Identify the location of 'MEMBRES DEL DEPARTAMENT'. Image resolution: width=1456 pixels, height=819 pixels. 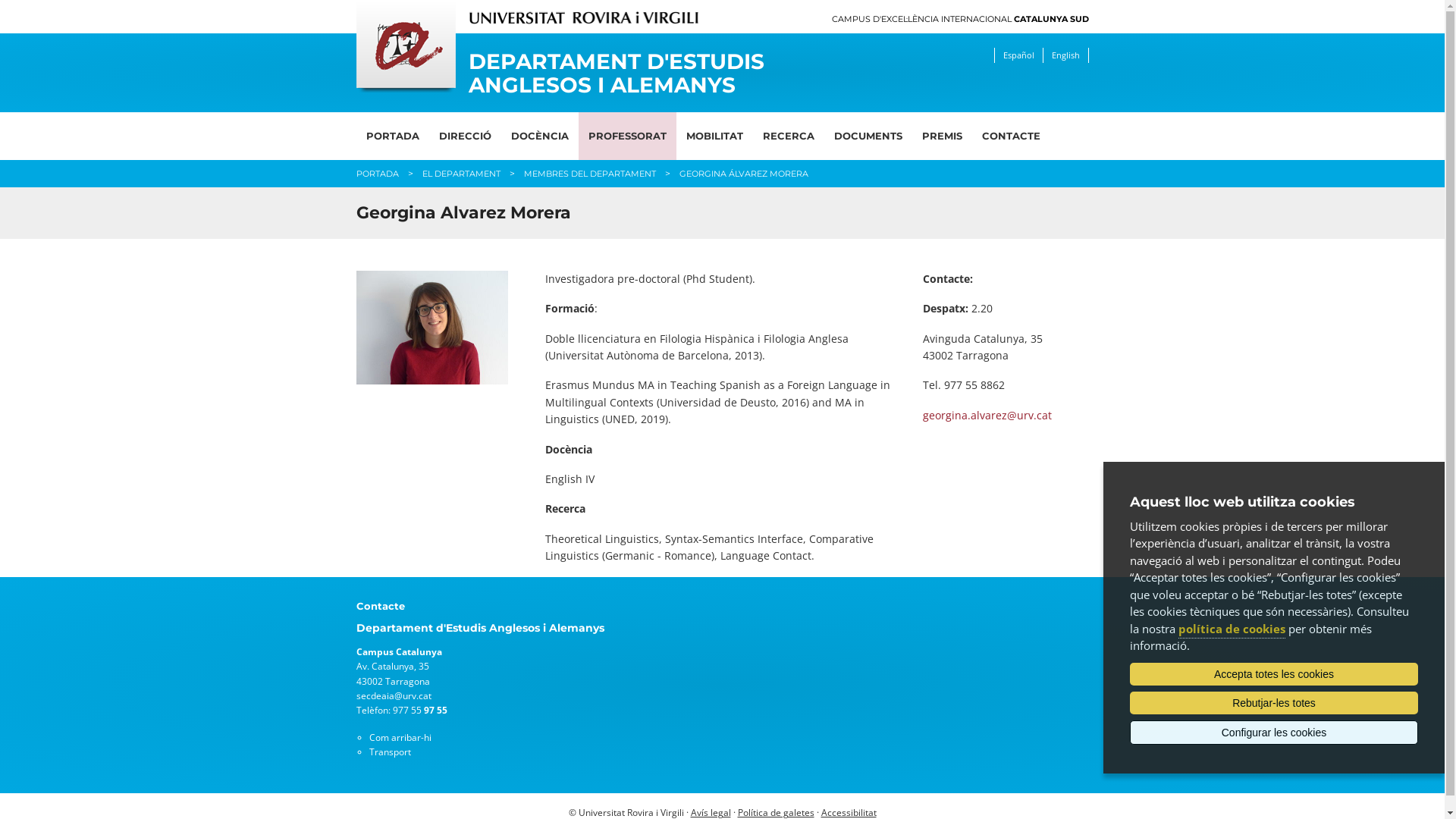
(523, 172).